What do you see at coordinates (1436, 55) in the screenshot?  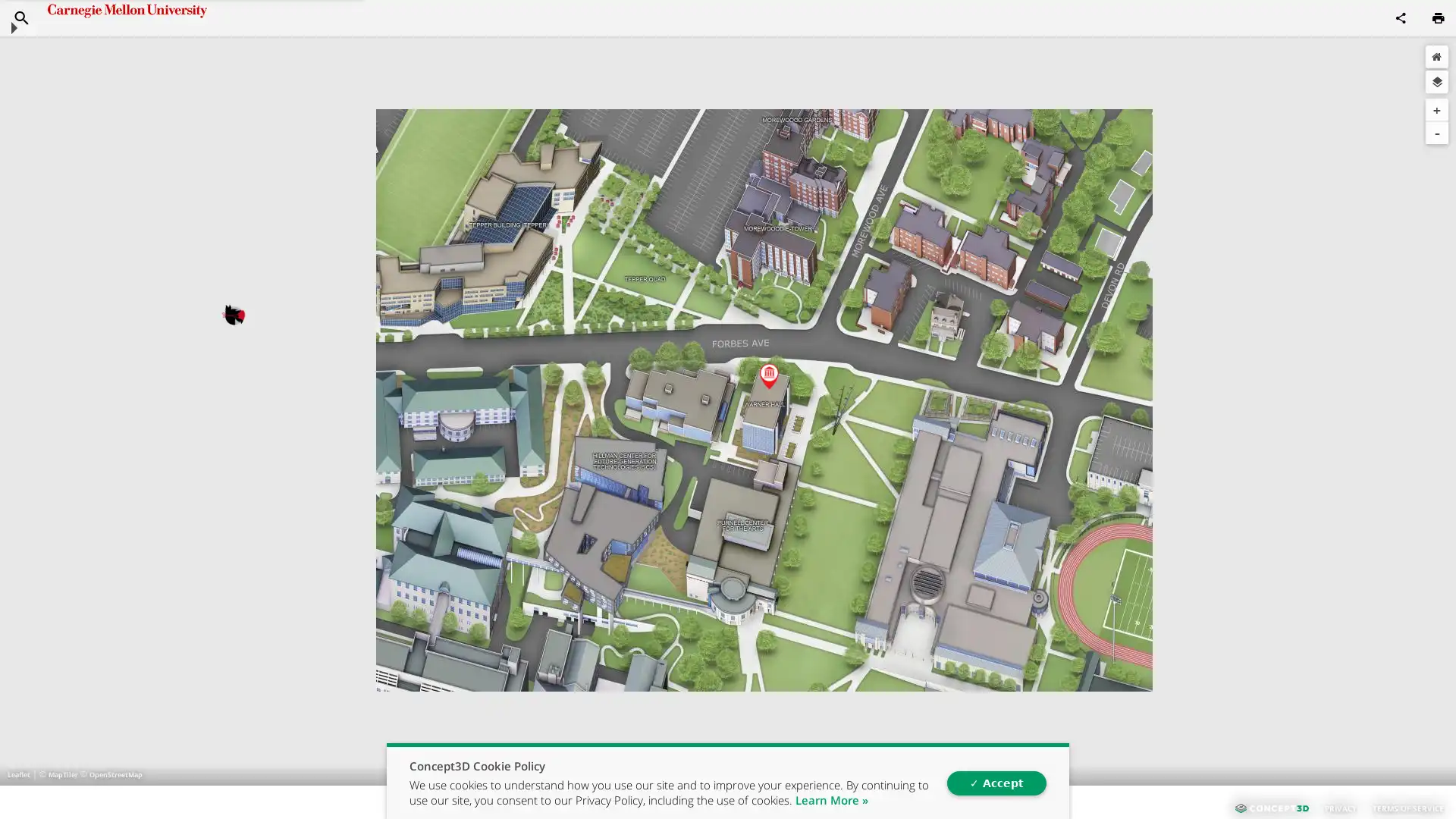 I see `Reset map view` at bounding box center [1436, 55].